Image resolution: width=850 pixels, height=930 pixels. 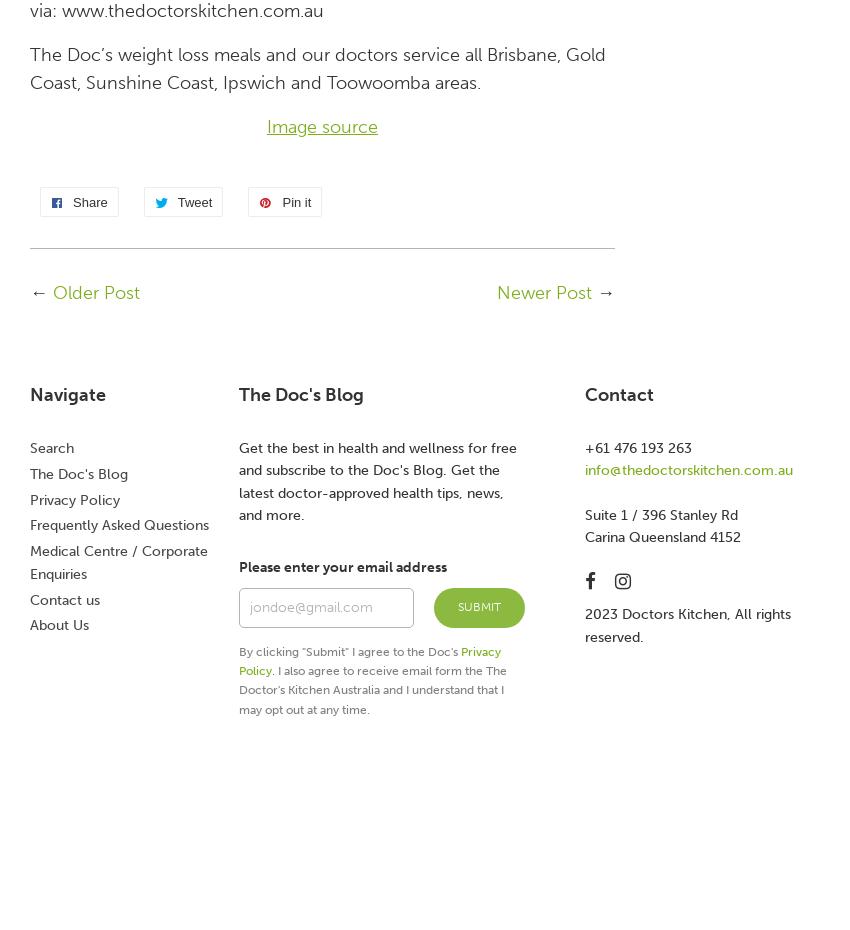 What do you see at coordinates (543, 292) in the screenshot?
I see `'Newer Post'` at bounding box center [543, 292].